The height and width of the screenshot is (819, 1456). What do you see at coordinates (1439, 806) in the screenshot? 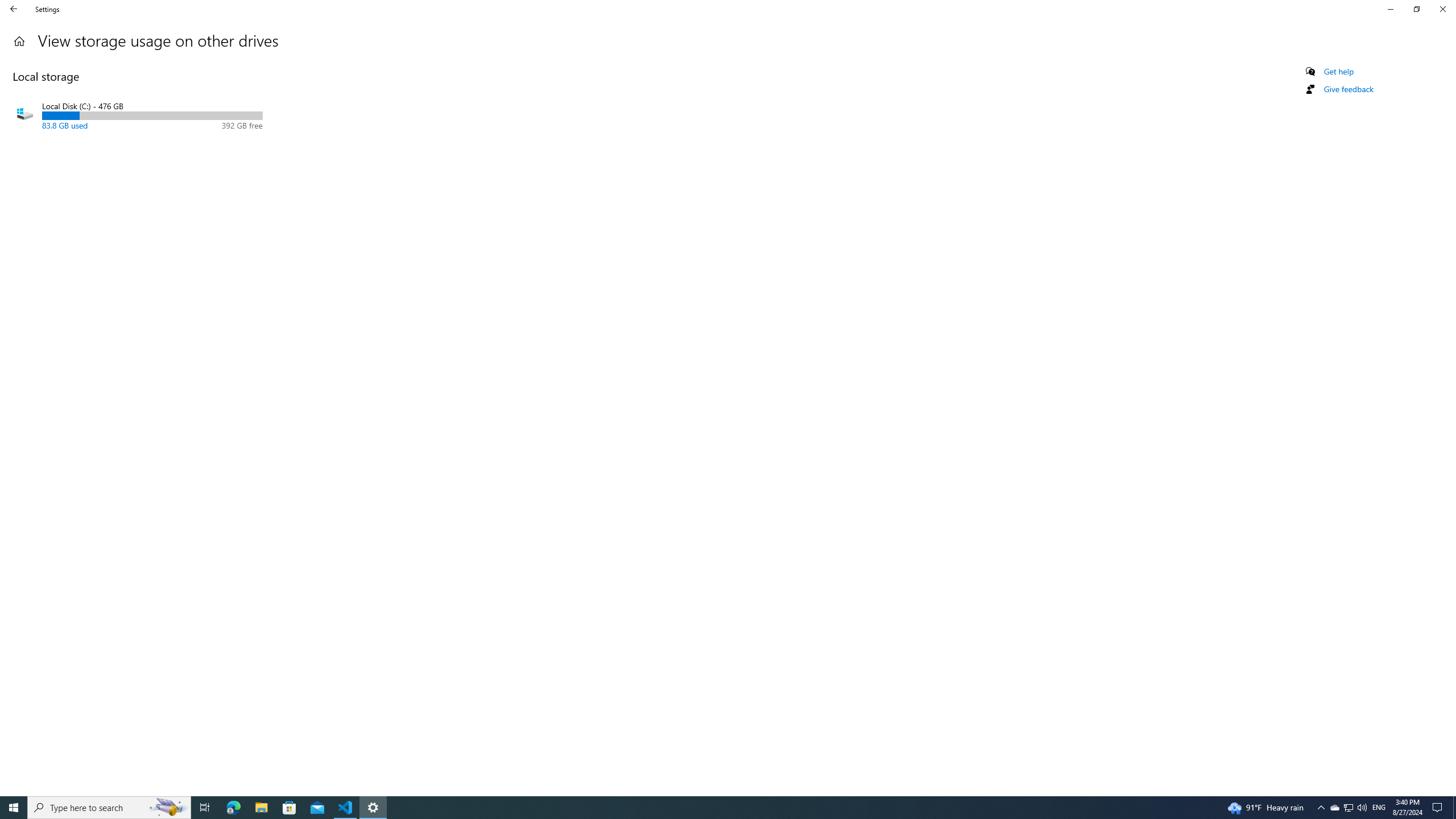
I see `'Action Center, No new notifications'` at bounding box center [1439, 806].